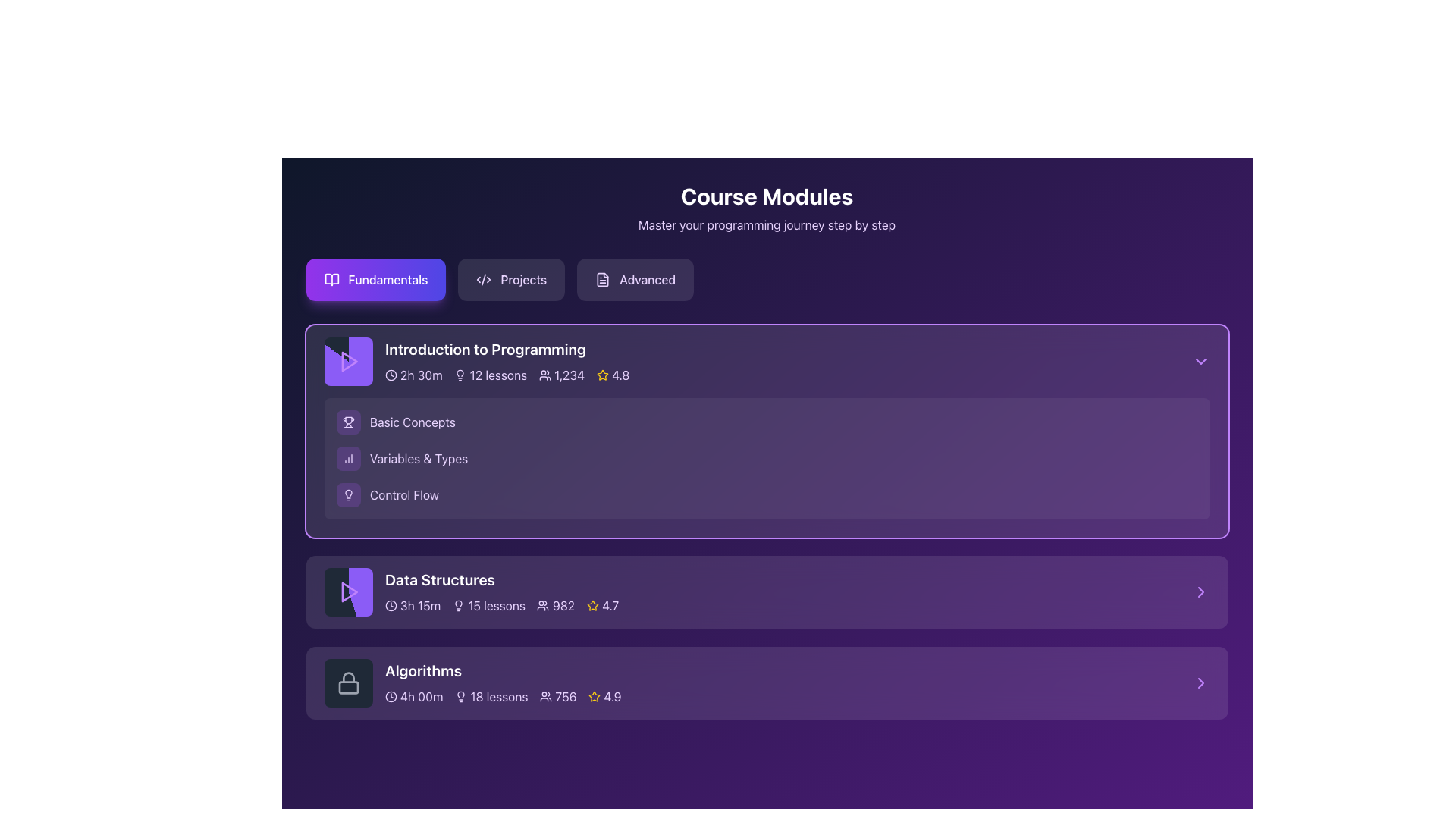  Describe the element at coordinates (391, 375) in the screenshot. I see `the clock icon located to the left of the text '2h 30m' in the course card for 'Introduction to Programming'` at that location.